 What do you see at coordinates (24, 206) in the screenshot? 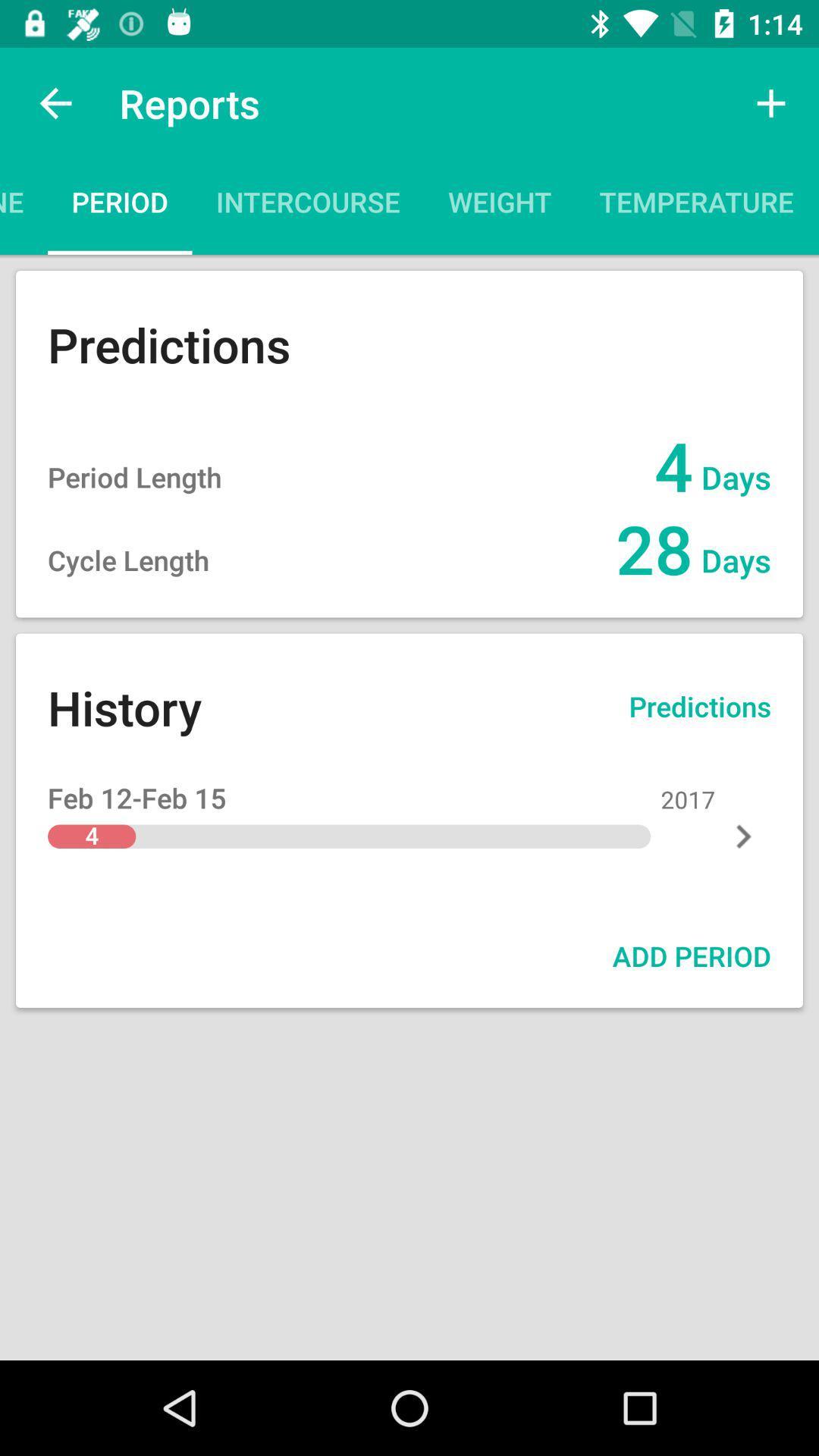
I see `the timeline` at bounding box center [24, 206].